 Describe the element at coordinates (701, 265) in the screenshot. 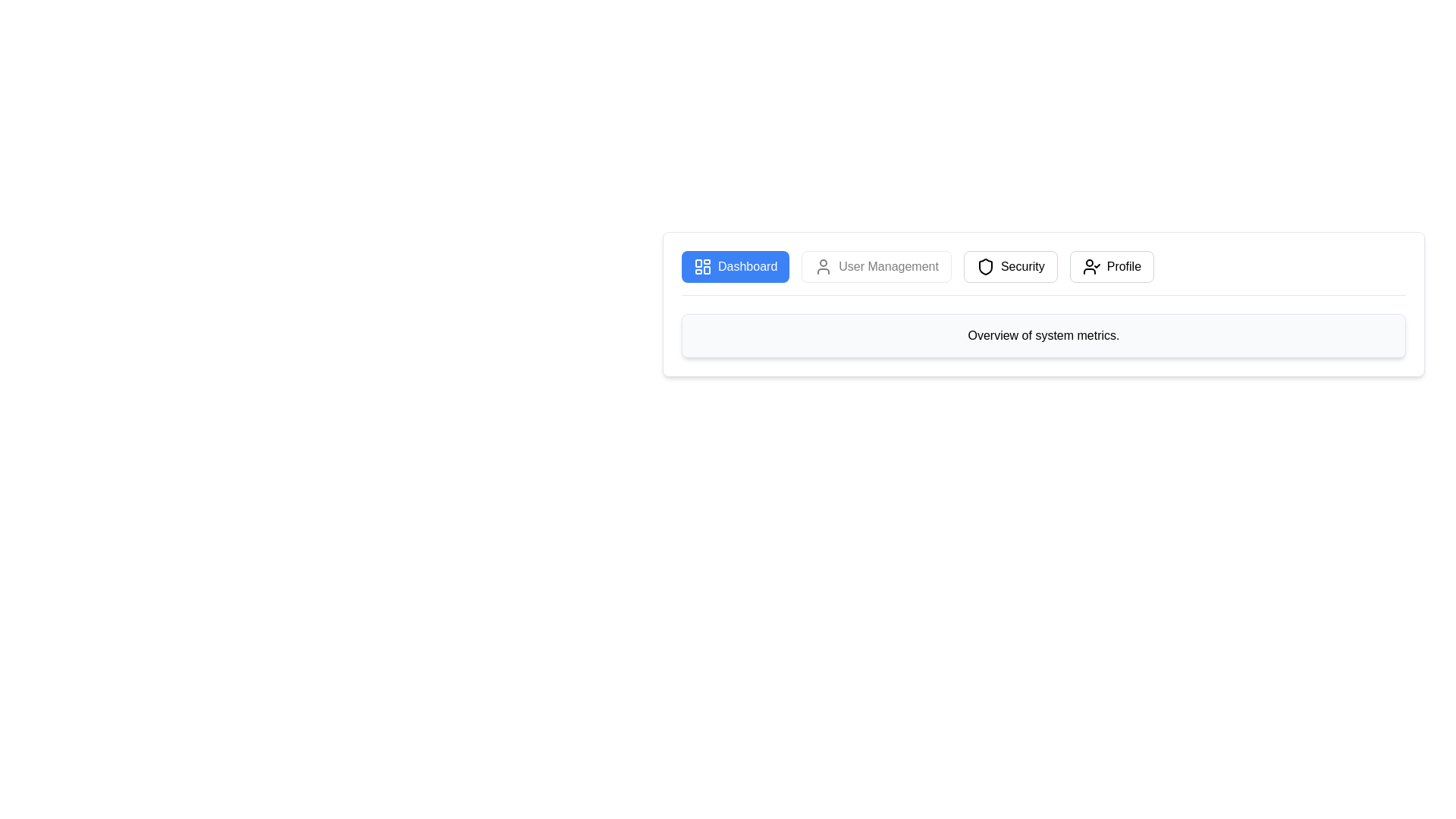

I see `the dashboard icon with a blue background and white details, which is located to the left of the text 'Dashboard' in the blue button at the top-left of the interface` at that location.